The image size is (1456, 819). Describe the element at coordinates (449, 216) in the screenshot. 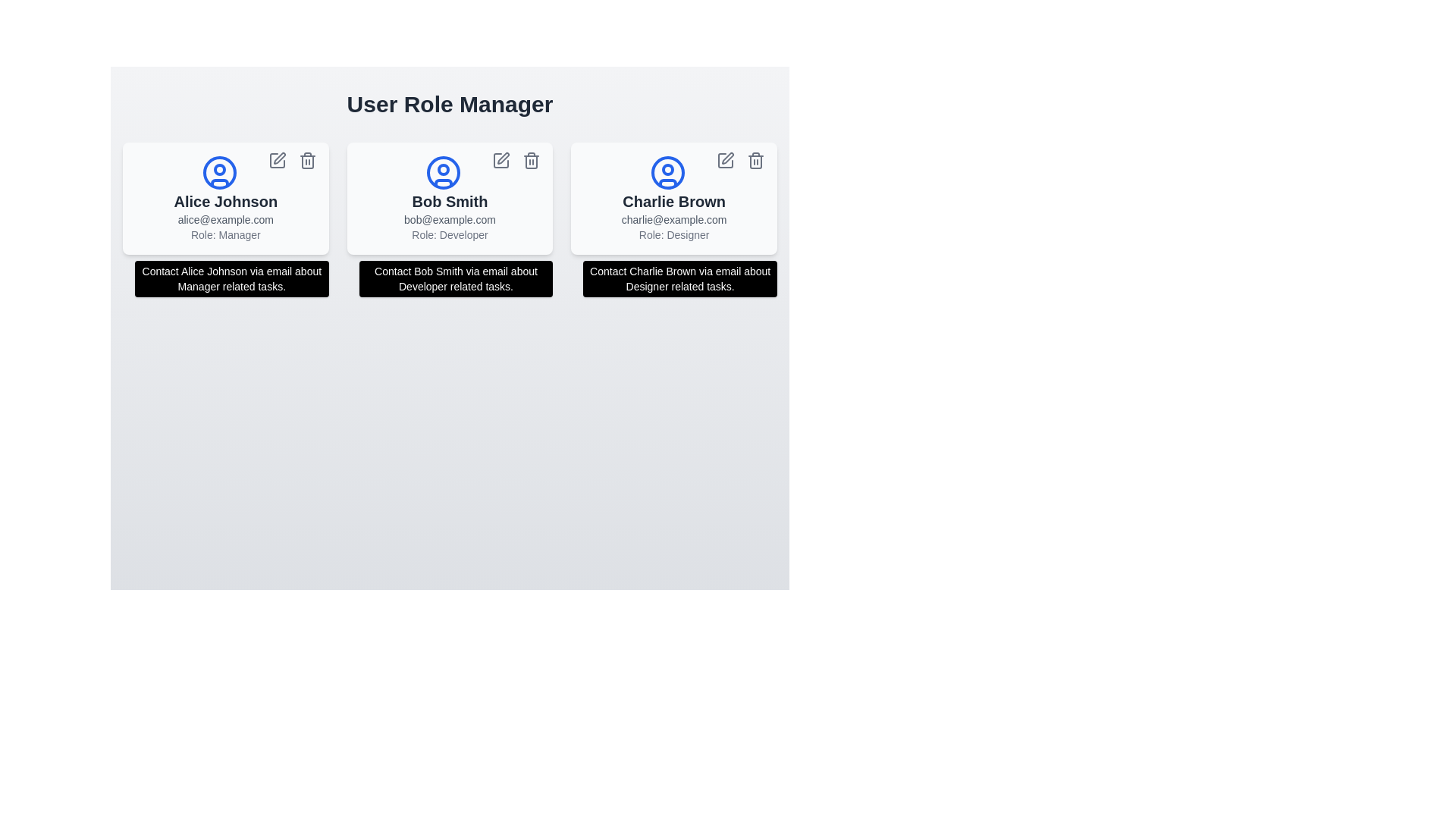

I see `the text display element that shows the user's name, email address, and role` at that location.